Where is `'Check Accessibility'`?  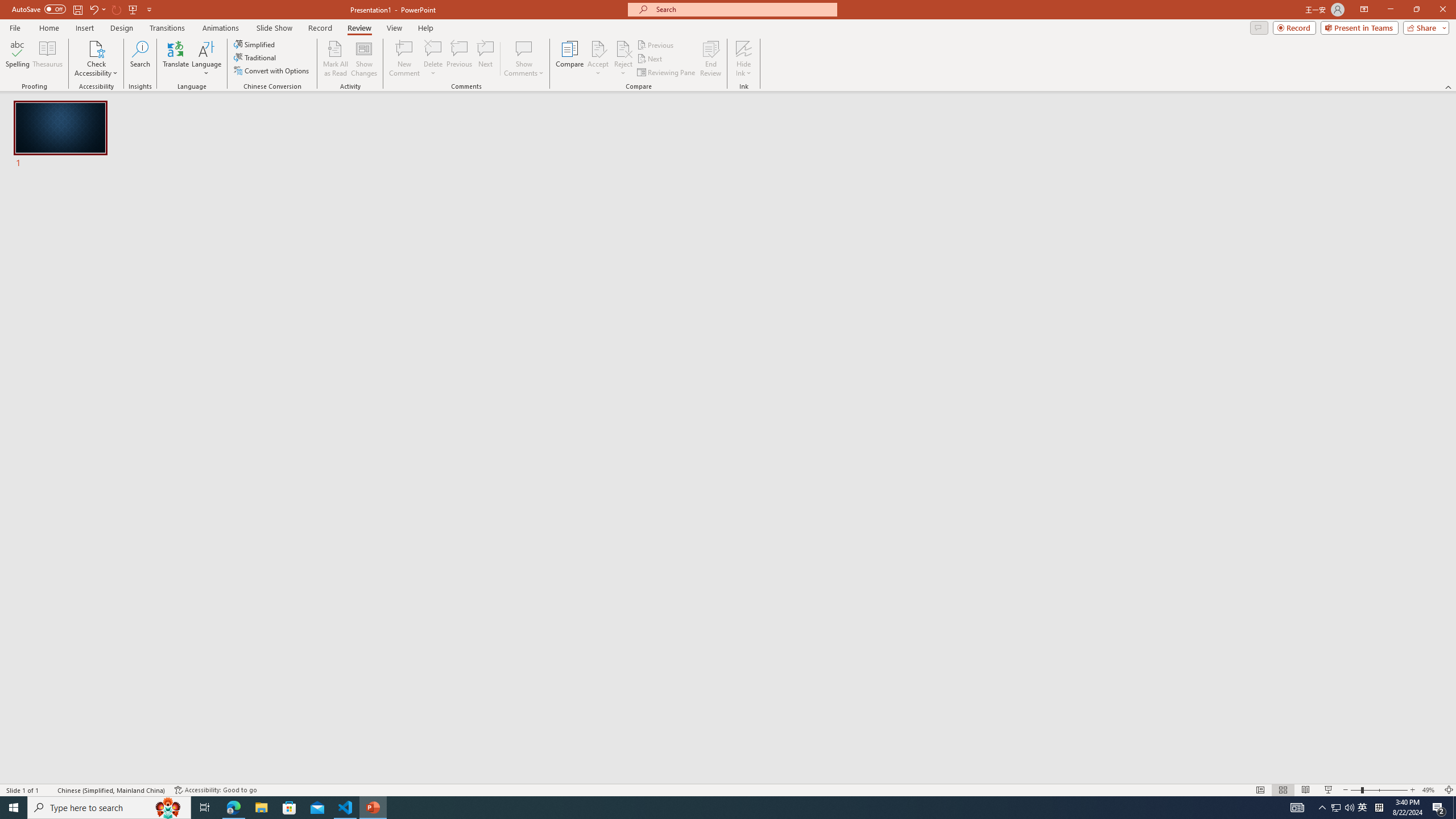 'Check Accessibility' is located at coordinates (95, 48).